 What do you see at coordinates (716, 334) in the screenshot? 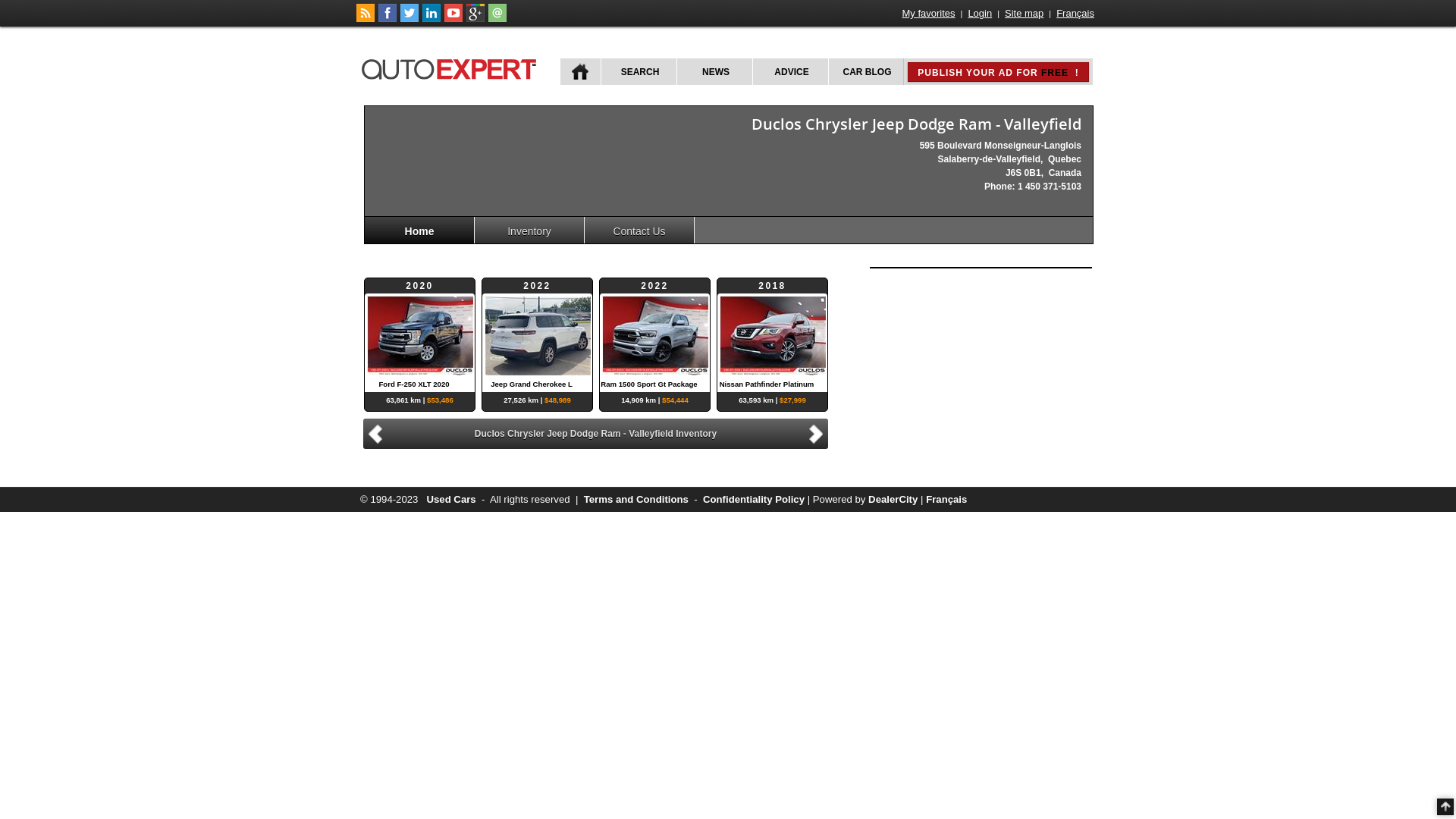
I see `'2018` at bounding box center [716, 334].